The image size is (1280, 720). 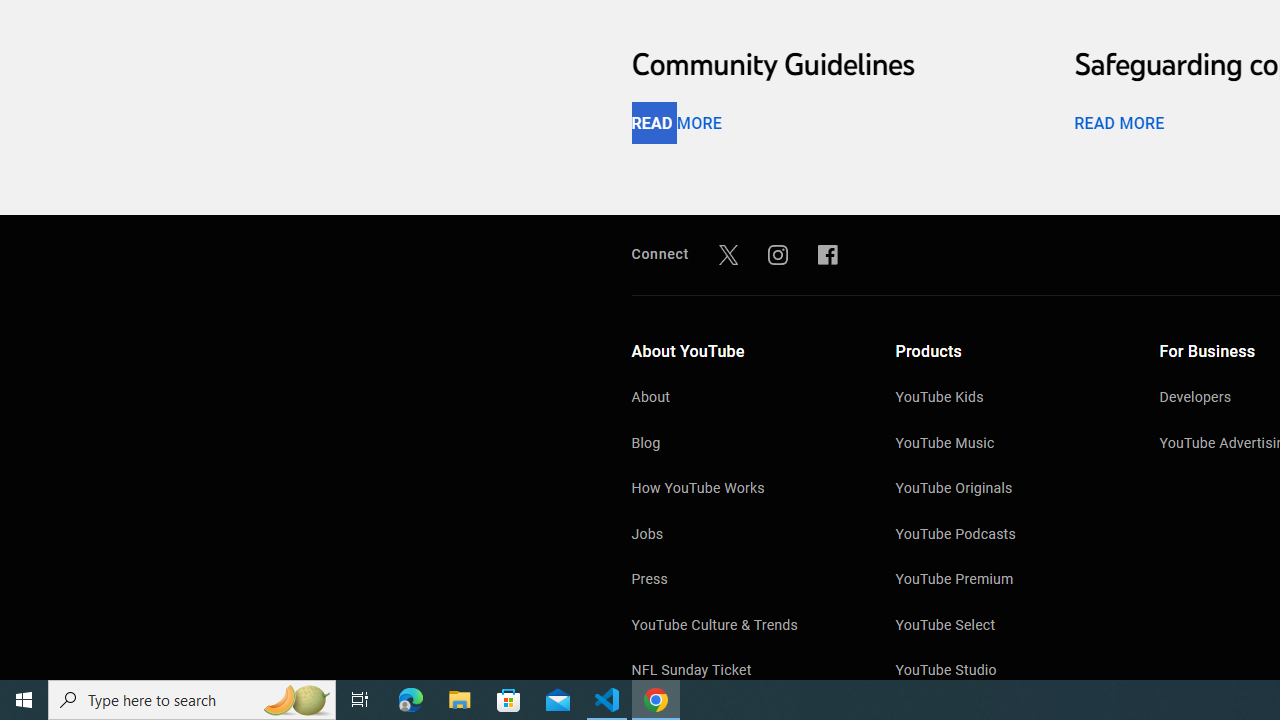 What do you see at coordinates (828, 253) in the screenshot?
I see `'Facebook'` at bounding box center [828, 253].